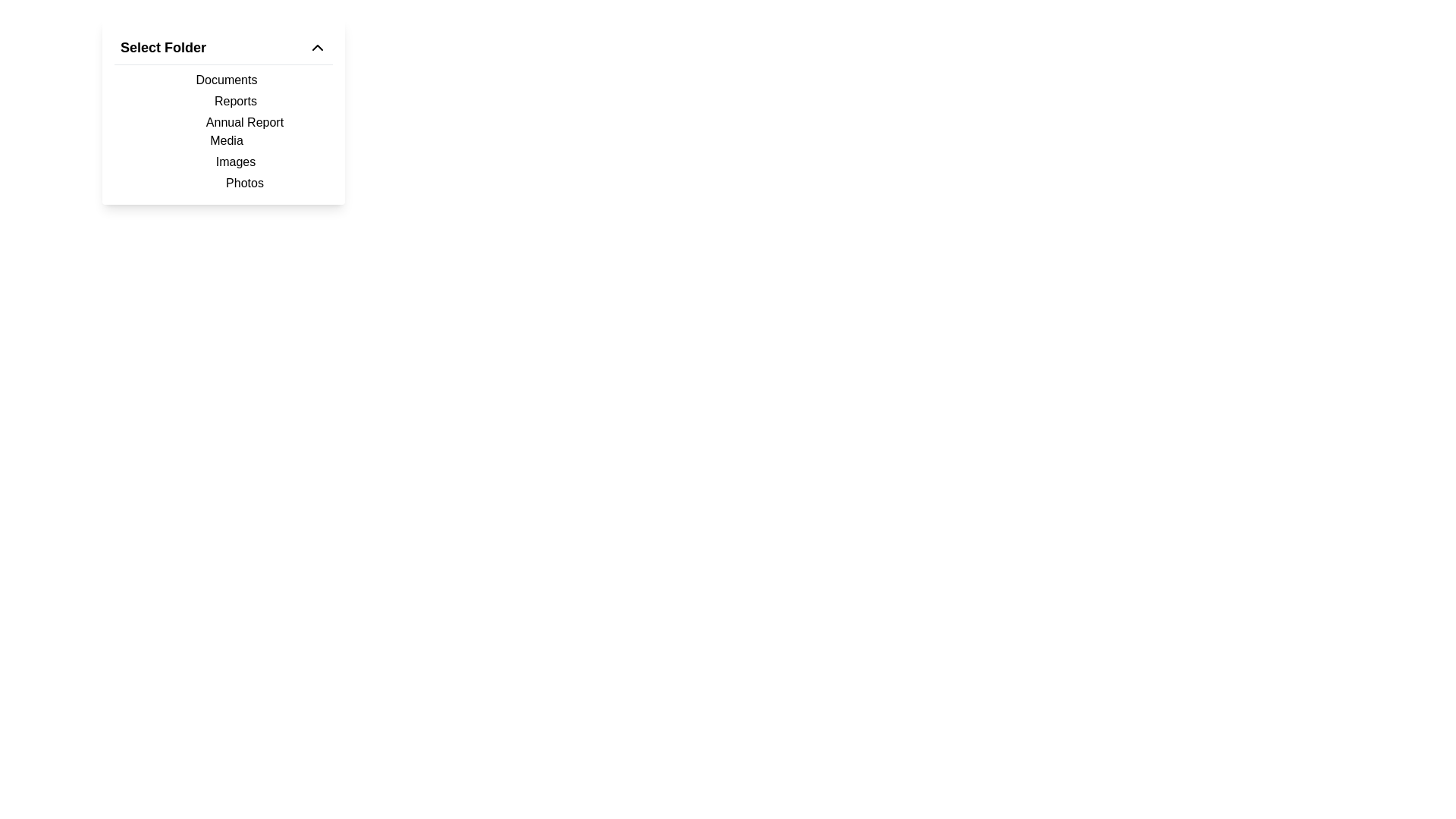 This screenshot has height=819, width=1456. What do you see at coordinates (240, 122) in the screenshot?
I see `the 'Annual Report' text label in the vertical list of options below the 'Select Folder' section` at bounding box center [240, 122].